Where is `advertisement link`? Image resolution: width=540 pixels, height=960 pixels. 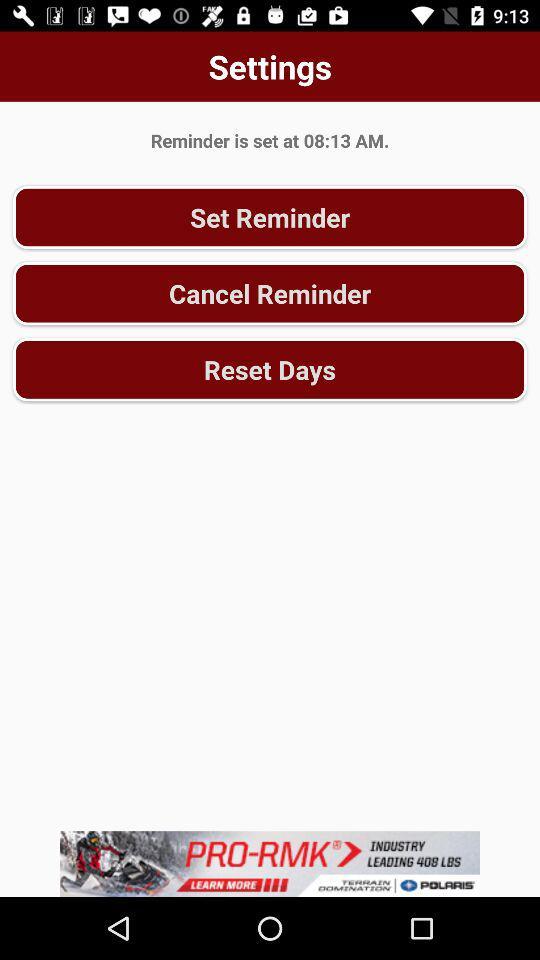
advertisement link is located at coordinates (270, 863).